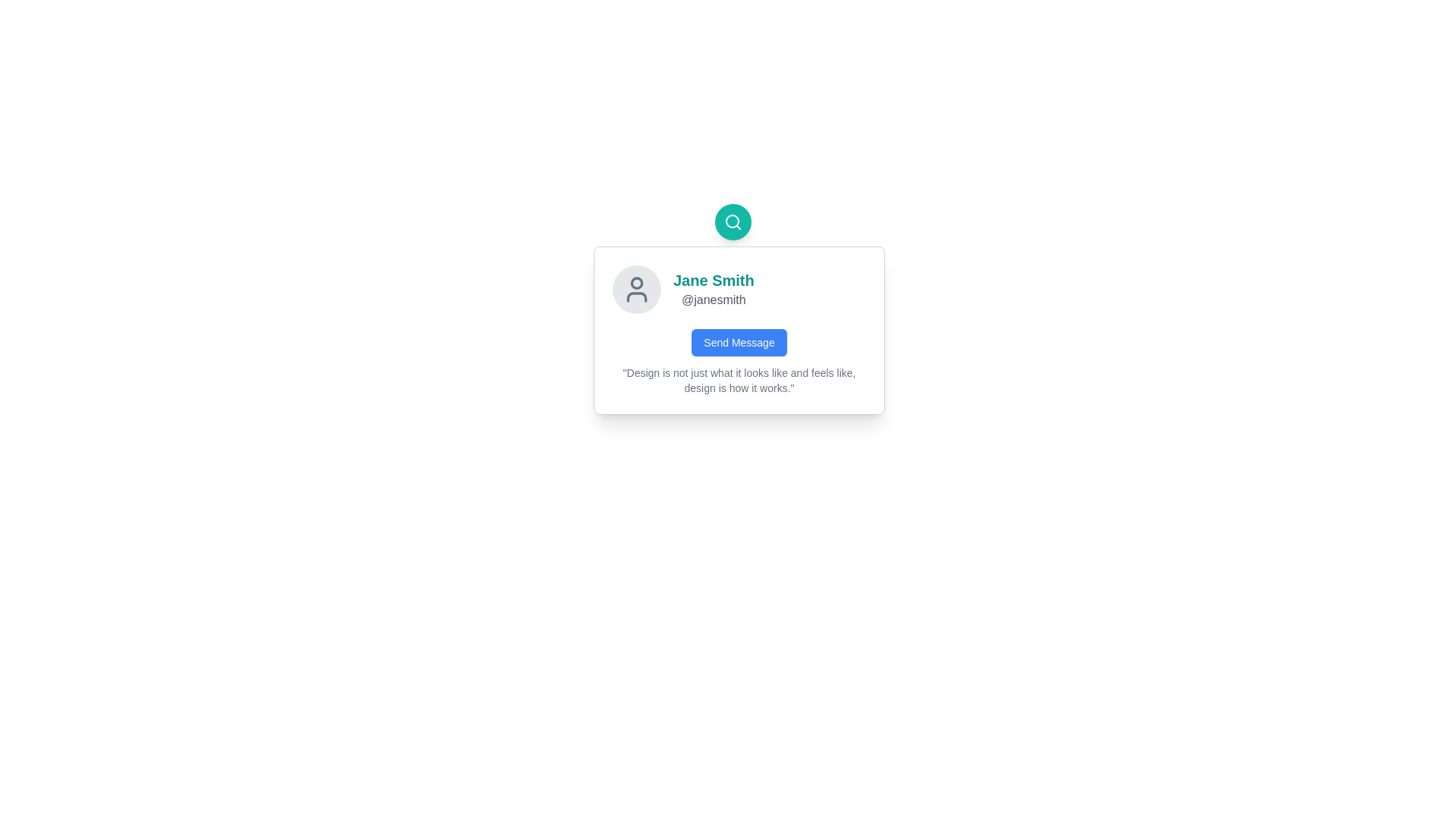 This screenshot has height=819, width=1456. I want to click on the distinct circular teal button with a magnifying glass icon, positioned at the center-top of the profile card, so click(733, 222).